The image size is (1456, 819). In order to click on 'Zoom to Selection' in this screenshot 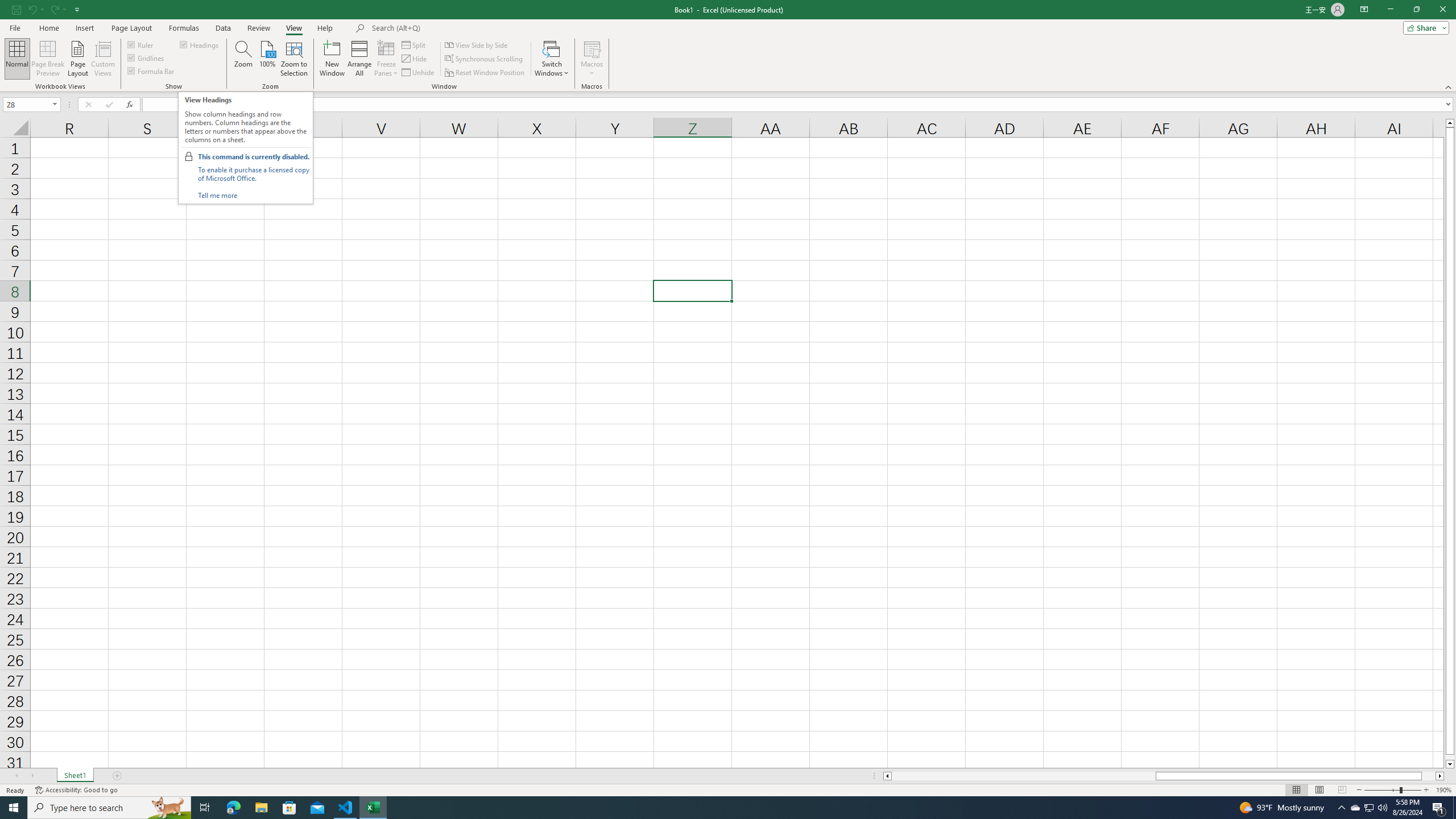, I will do `click(294, 59)`.